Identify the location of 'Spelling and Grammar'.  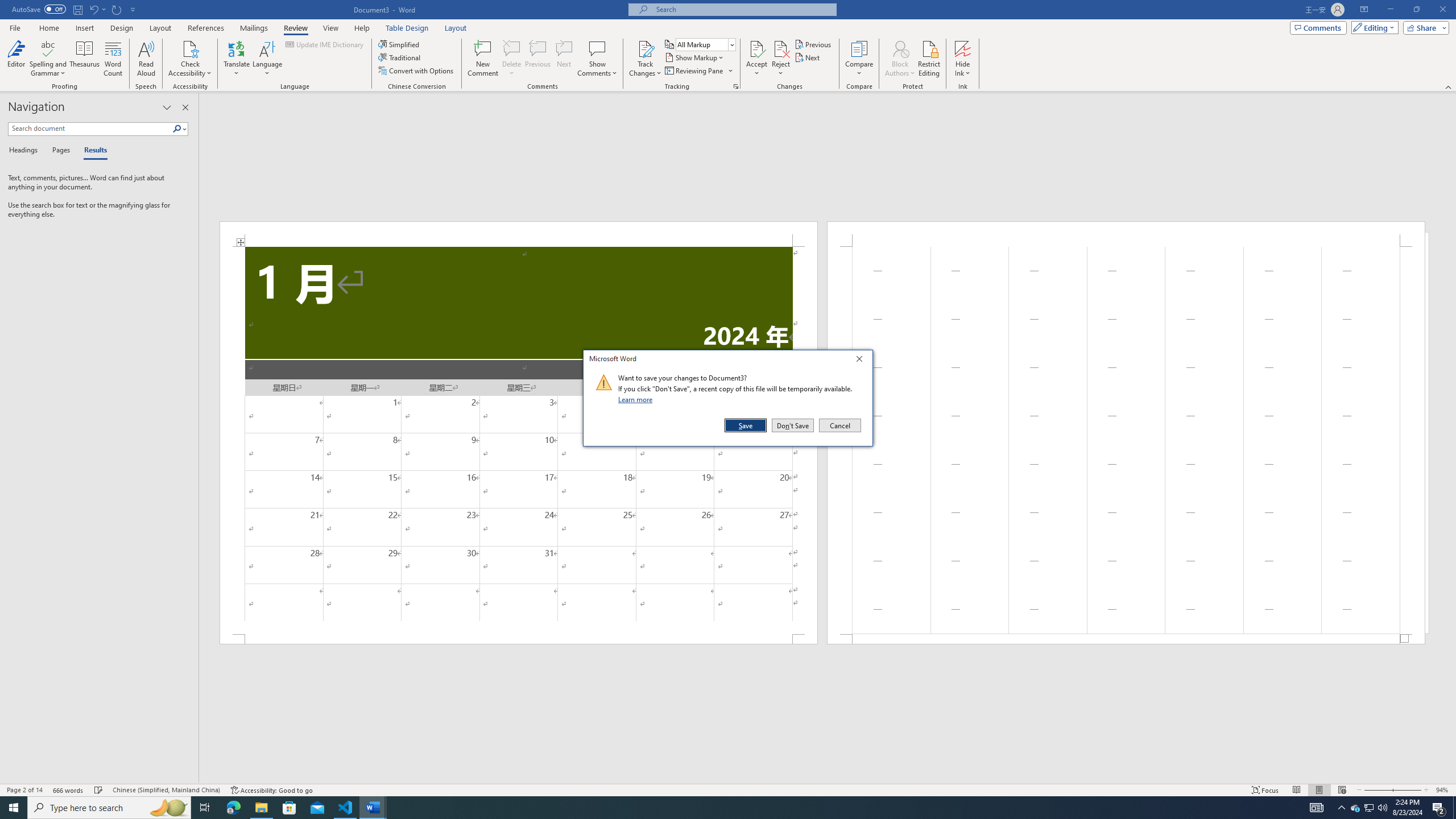
(48, 48).